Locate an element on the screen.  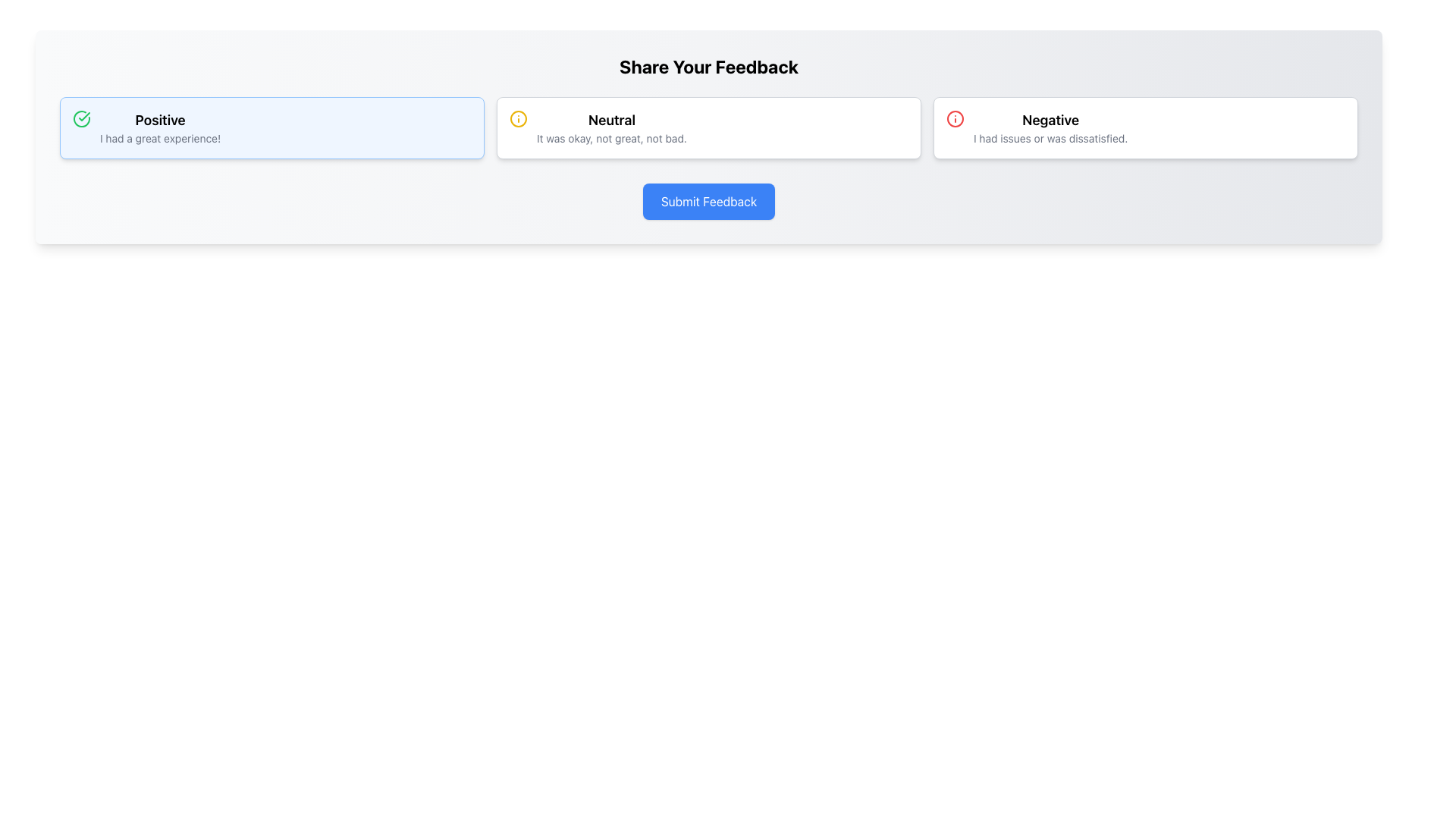
the label displaying the text 'It was okay, not great, not bad.' located beneath the heading 'Neutral' in the feedback card is located at coordinates (611, 138).